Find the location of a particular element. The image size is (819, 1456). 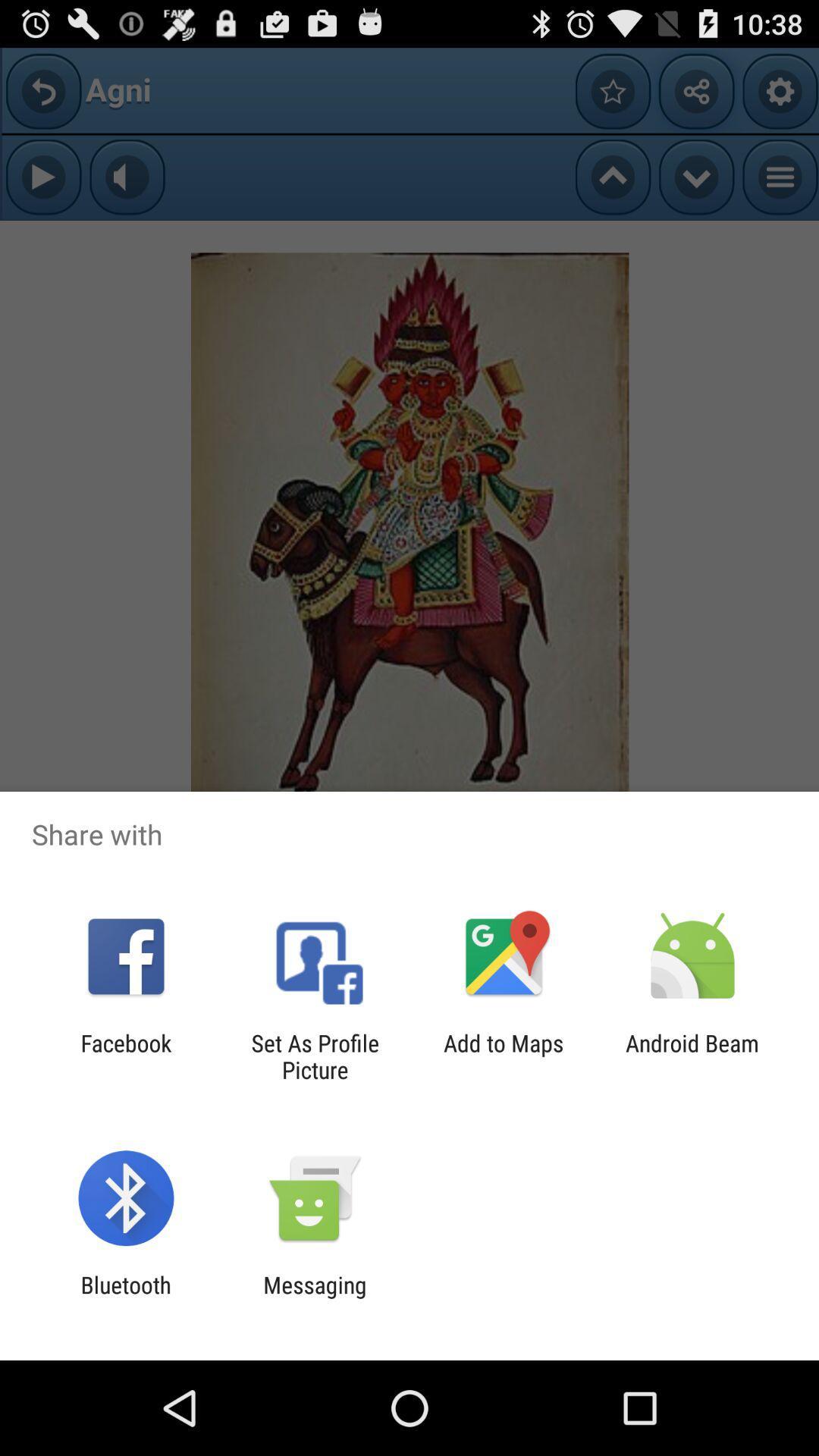

the app at the bottom right corner is located at coordinates (692, 1056).